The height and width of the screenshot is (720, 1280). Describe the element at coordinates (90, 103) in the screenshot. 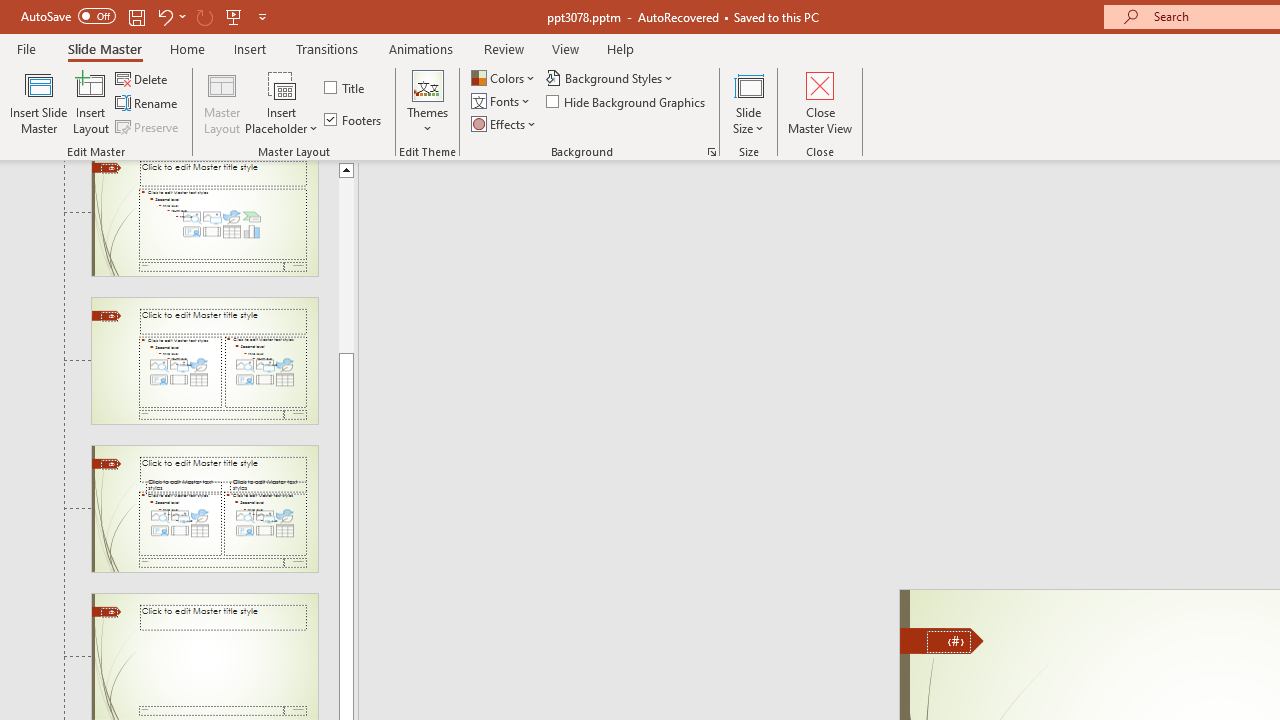

I see `'Insert Layout'` at that location.